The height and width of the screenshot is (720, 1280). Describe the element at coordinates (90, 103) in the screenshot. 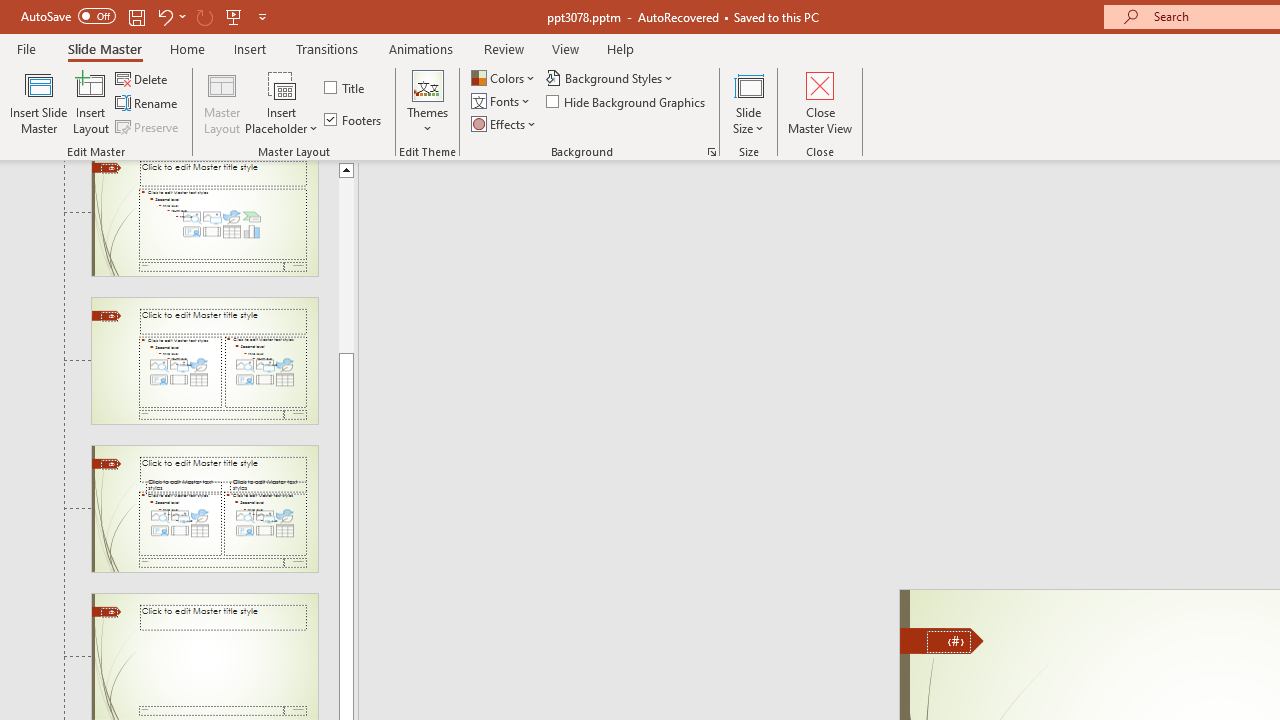

I see `'Insert Layout'` at that location.